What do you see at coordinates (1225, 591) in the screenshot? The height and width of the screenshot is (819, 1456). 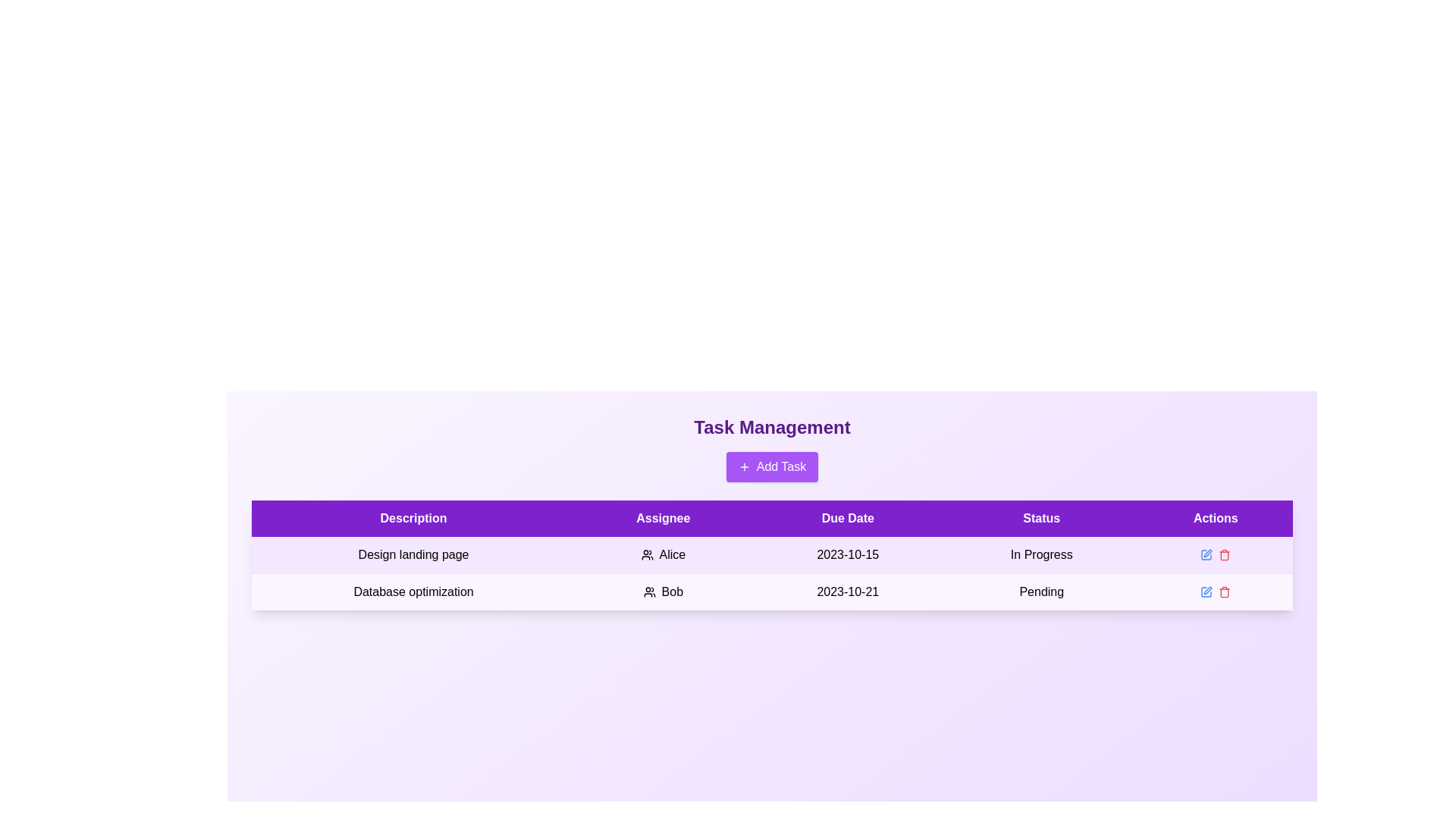 I see `the delete button located as the second icon in the 'Actions' column of the last row in the table` at bounding box center [1225, 591].